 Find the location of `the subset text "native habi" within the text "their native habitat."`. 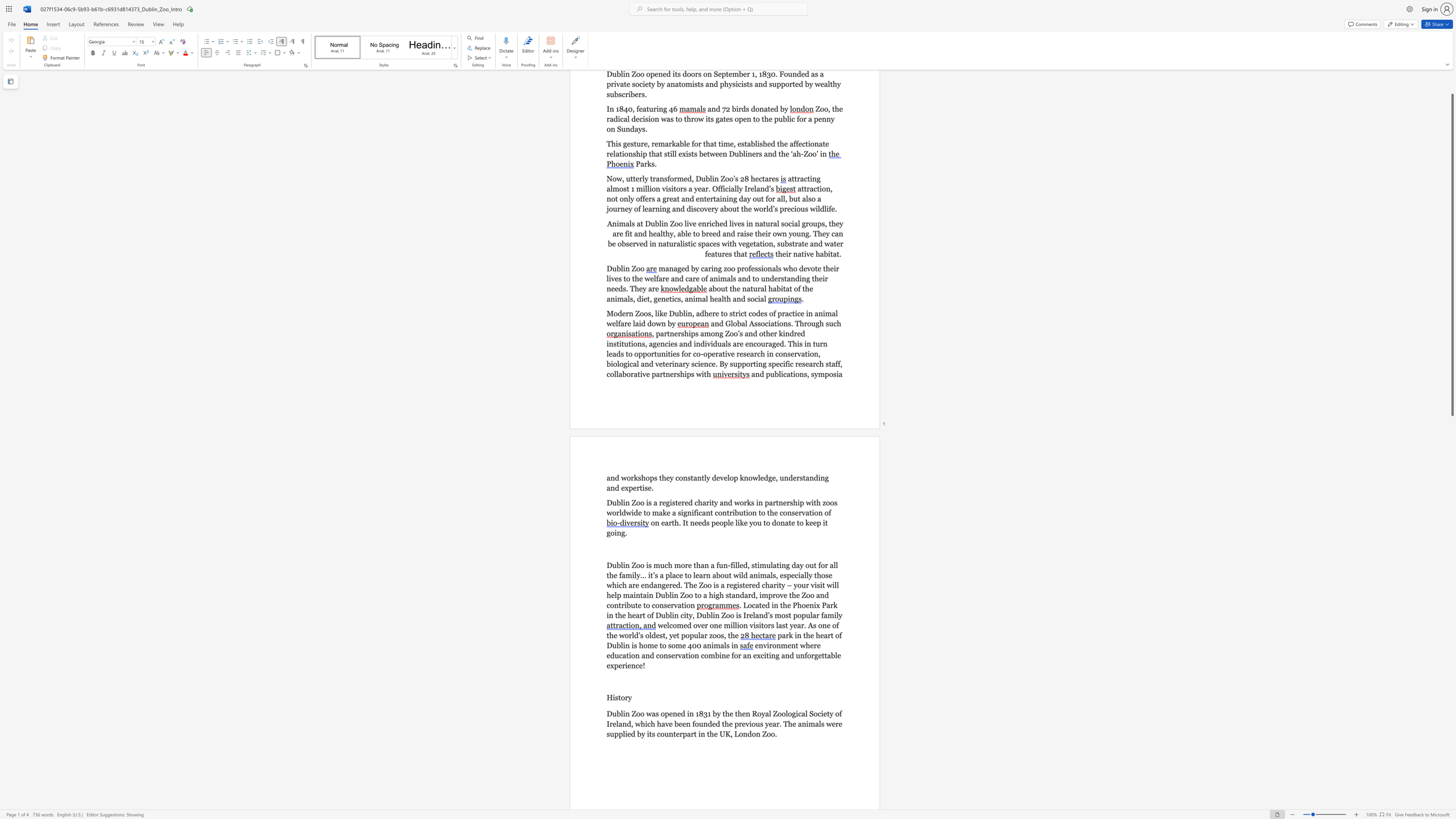

the subset text "native habi" within the text "their native habitat." is located at coordinates (793, 253).